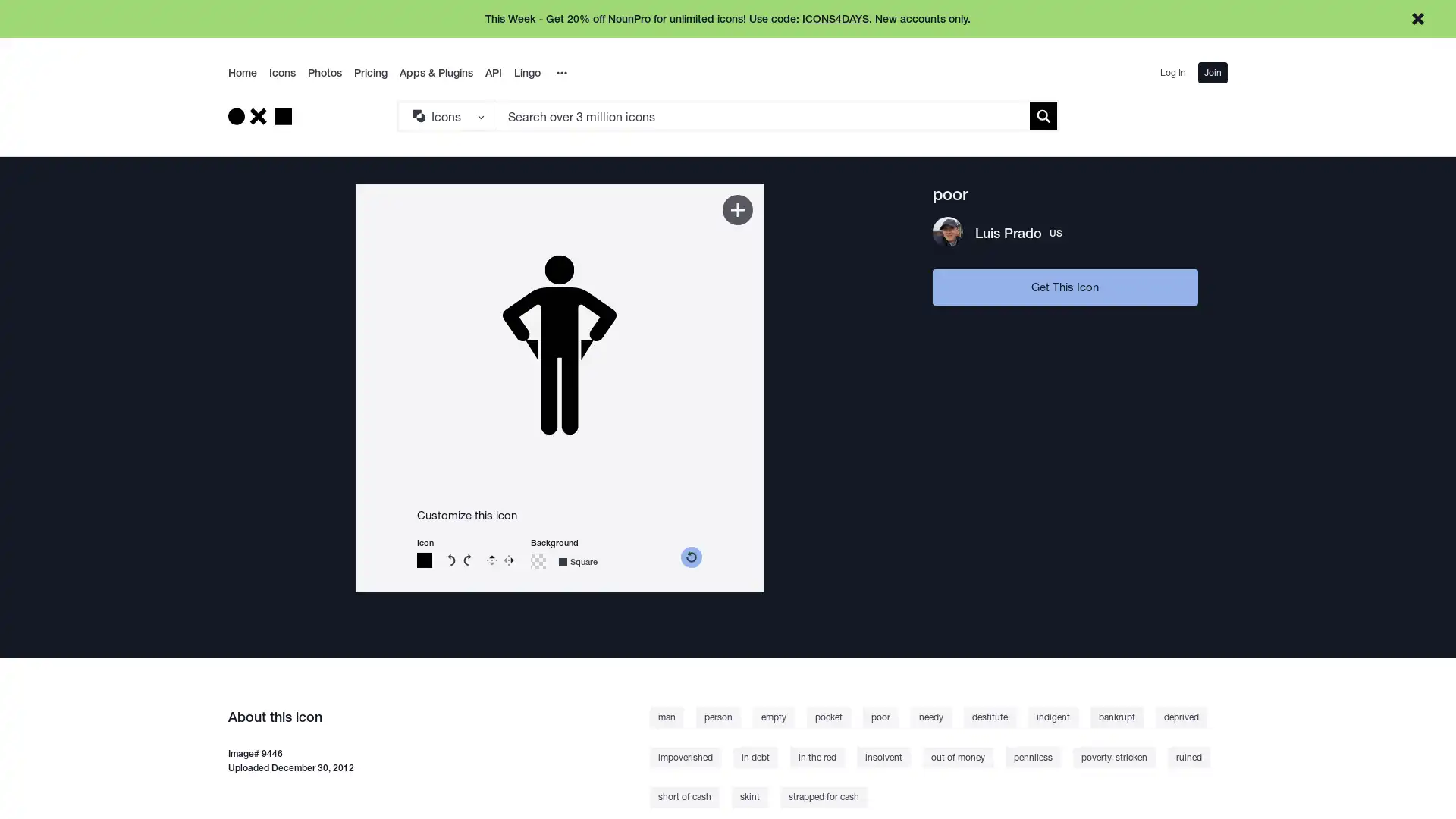 The height and width of the screenshot is (819, 1456). What do you see at coordinates (1041, 115) in the screenshot?
I see `Submit search term` at bounding box center [1041, 115].